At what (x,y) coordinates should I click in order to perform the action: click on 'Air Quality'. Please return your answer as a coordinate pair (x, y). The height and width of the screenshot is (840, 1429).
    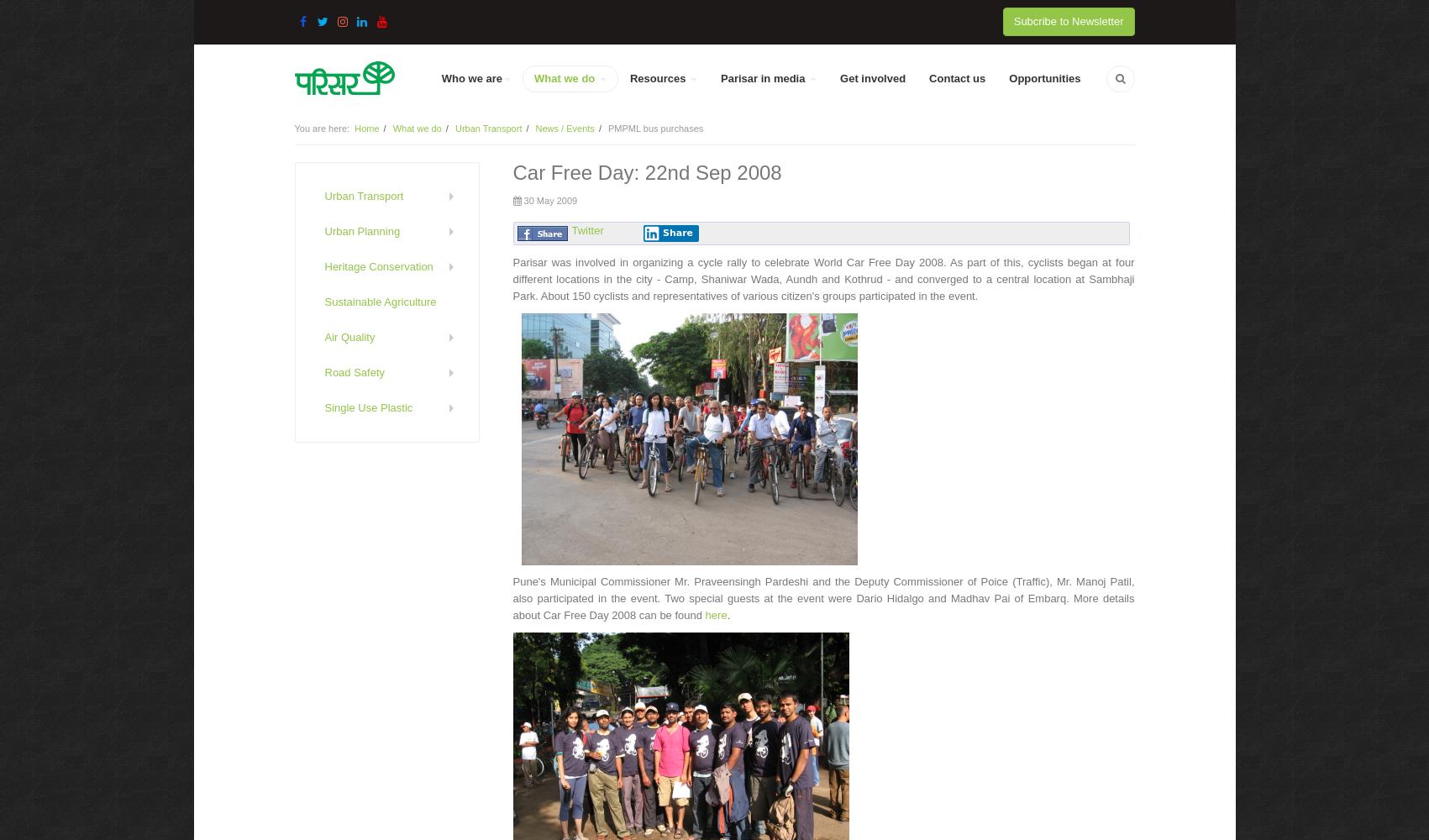
    Looking at the image, I should click on (349, 337).